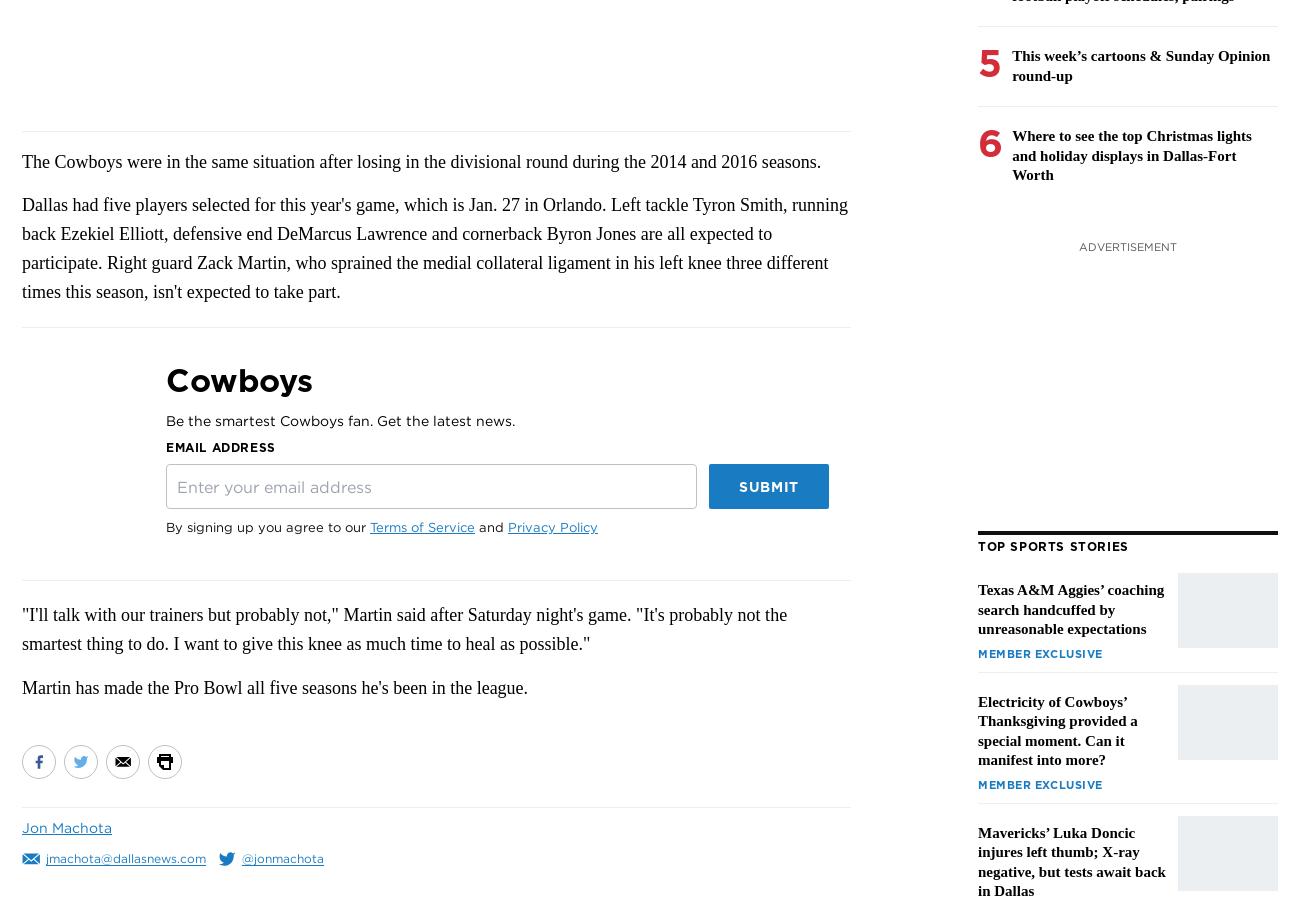 This screenshot has height=899, width=1300. Describe the element at coordinates (283, 858) in the screenshot. I see `'@jonmachota'` at that location.